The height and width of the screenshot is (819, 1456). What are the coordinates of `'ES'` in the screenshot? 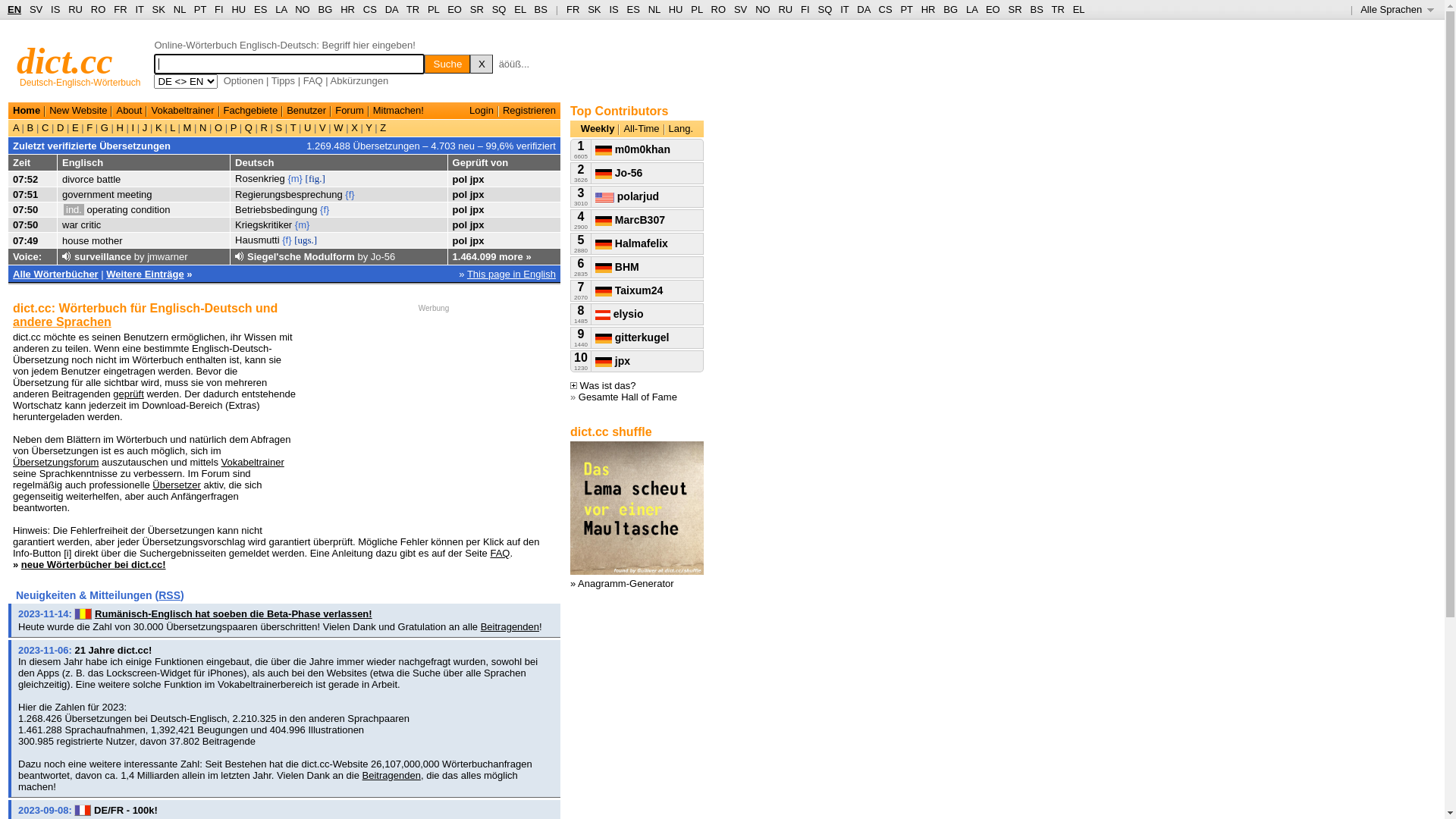 It's located at (260, 9).